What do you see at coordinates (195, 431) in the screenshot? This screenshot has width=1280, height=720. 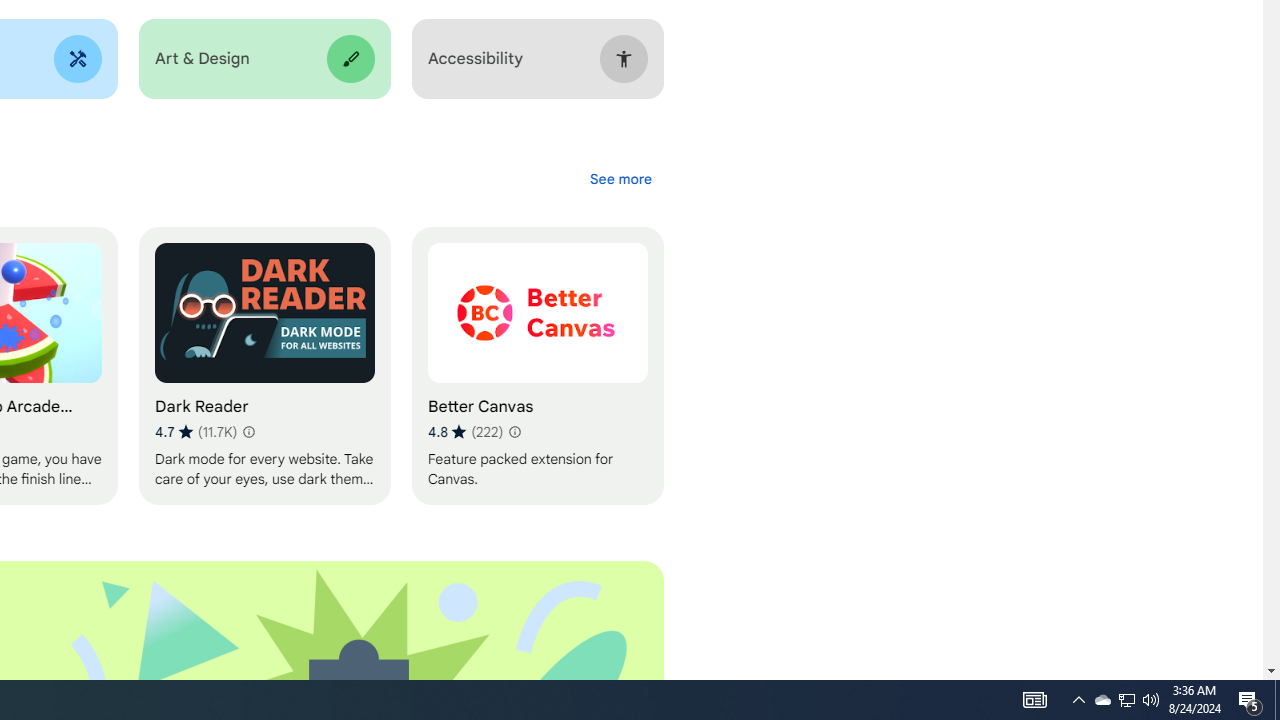 I see `'Average rating 4.7 out of 5 stars. 11.7K ratings.'` at bounding box center [195, 431].